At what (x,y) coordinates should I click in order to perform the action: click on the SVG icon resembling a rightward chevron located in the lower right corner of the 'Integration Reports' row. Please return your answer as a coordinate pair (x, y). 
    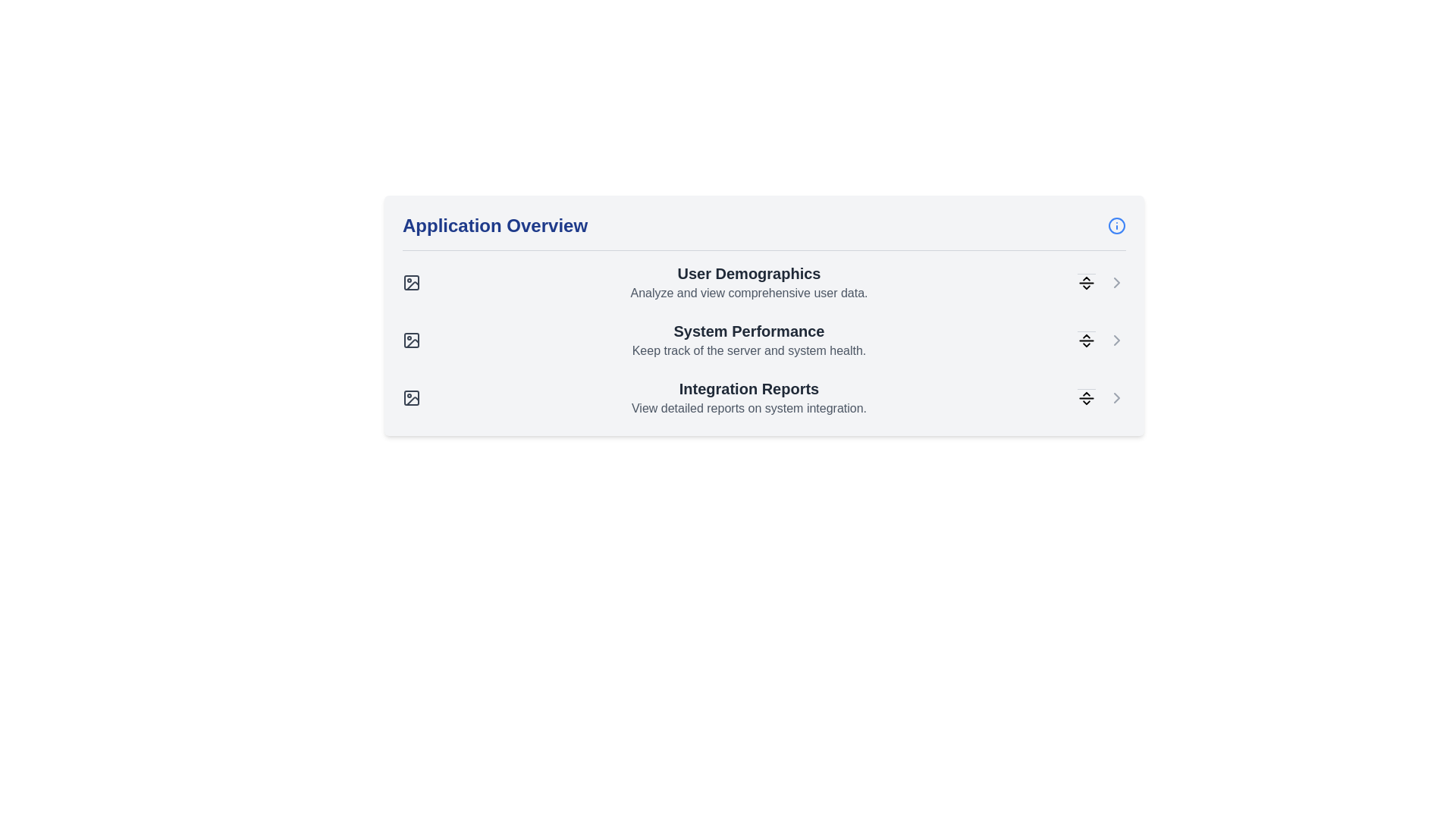
    Looking at the image, I should click on (1117, 397).